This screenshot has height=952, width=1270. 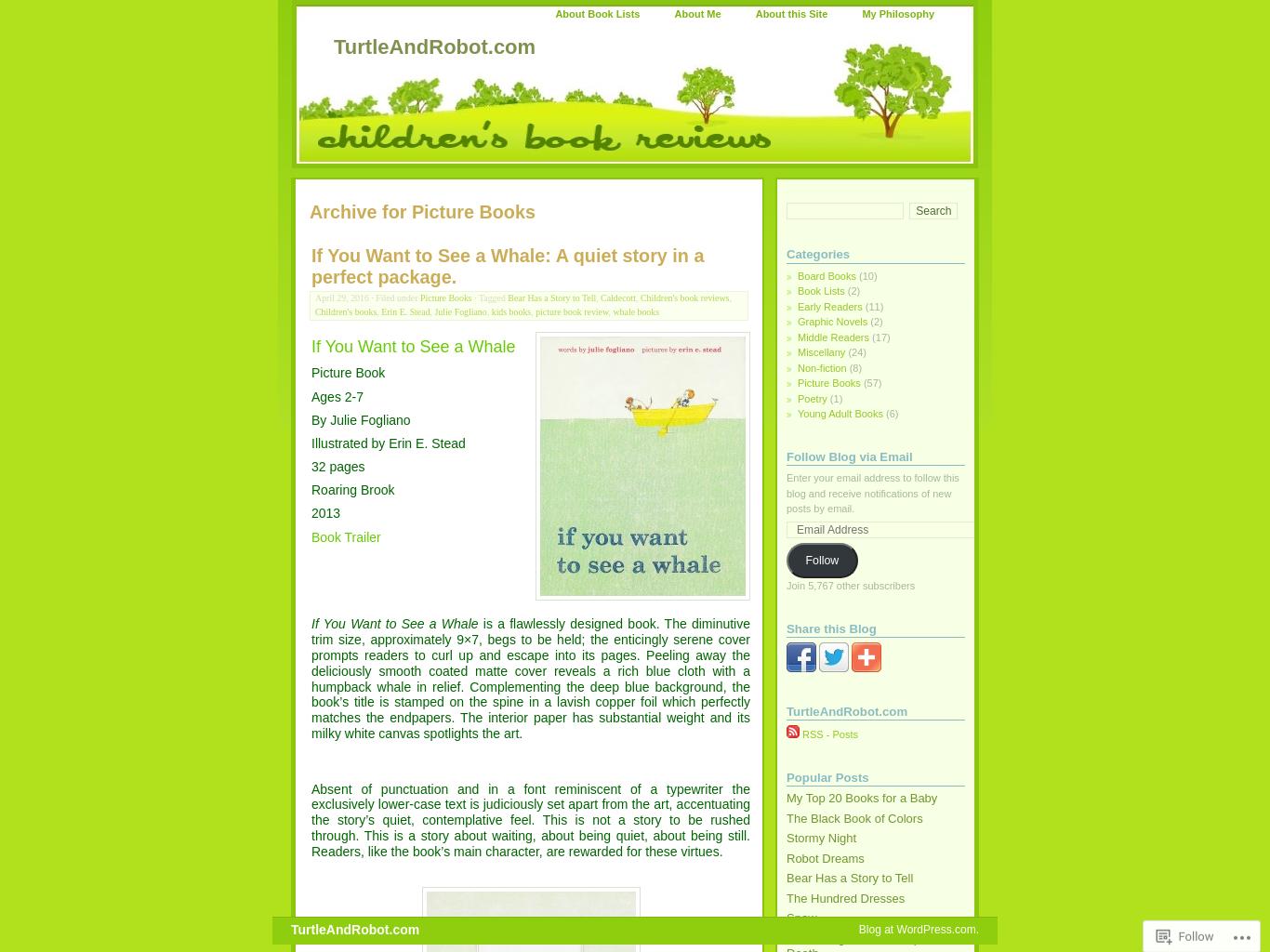 What do you see at coordinates (870, 381) in the screenshot?
I see `'(57)'` at bounding box center [870, 381].